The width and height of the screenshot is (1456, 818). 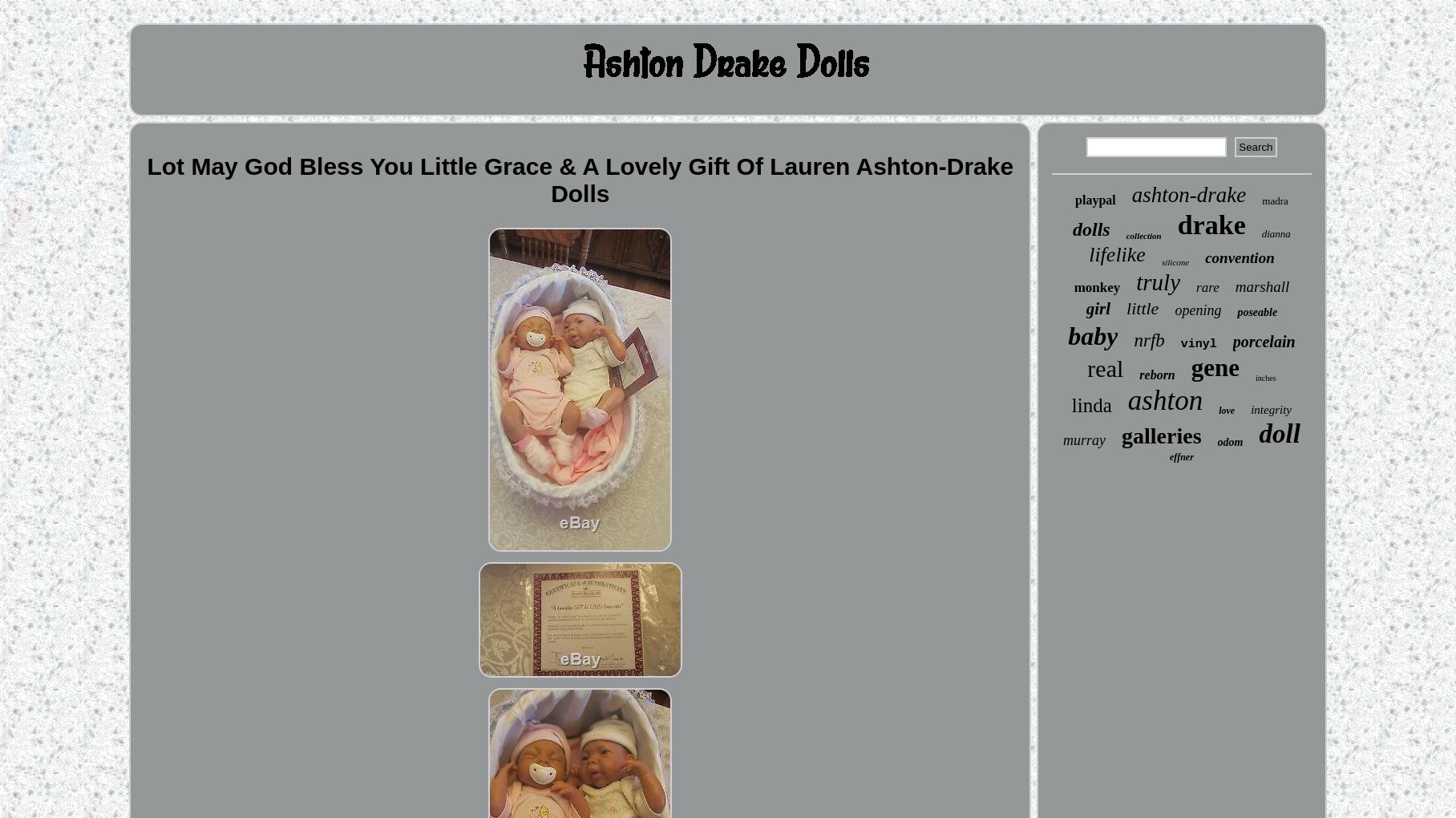 What do you see at coordinates (1098, 309) in the screenshot?
I see `'girl'` at bounding box center [1098, 309].